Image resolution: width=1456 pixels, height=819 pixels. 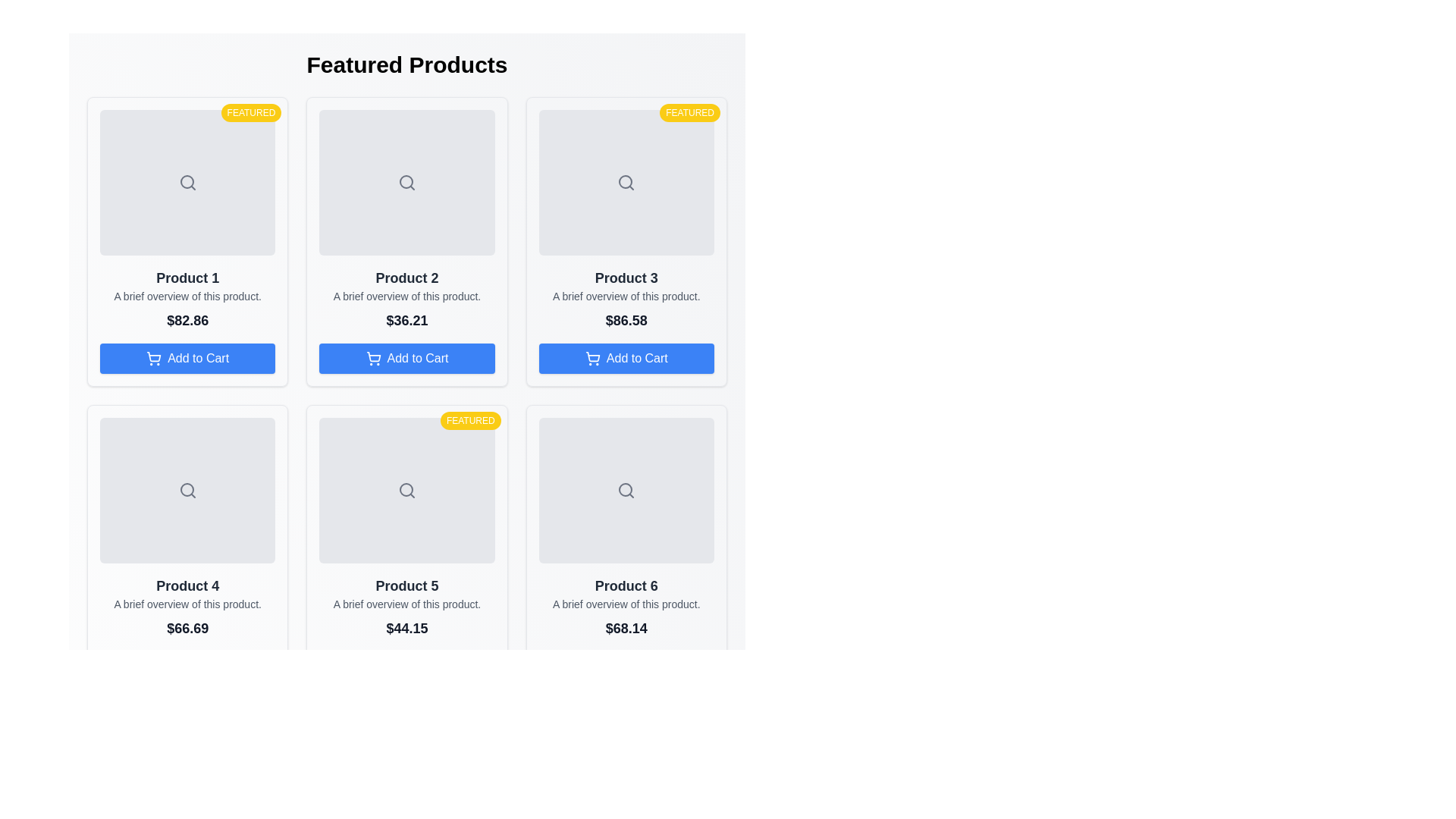 What do you see at coordinates (626, 629) in the screenshot?
I see `text label displaying the price '$68.14' for 'Product 6' located in the second row, third column of the product grid` at bounding box center [626, 629].